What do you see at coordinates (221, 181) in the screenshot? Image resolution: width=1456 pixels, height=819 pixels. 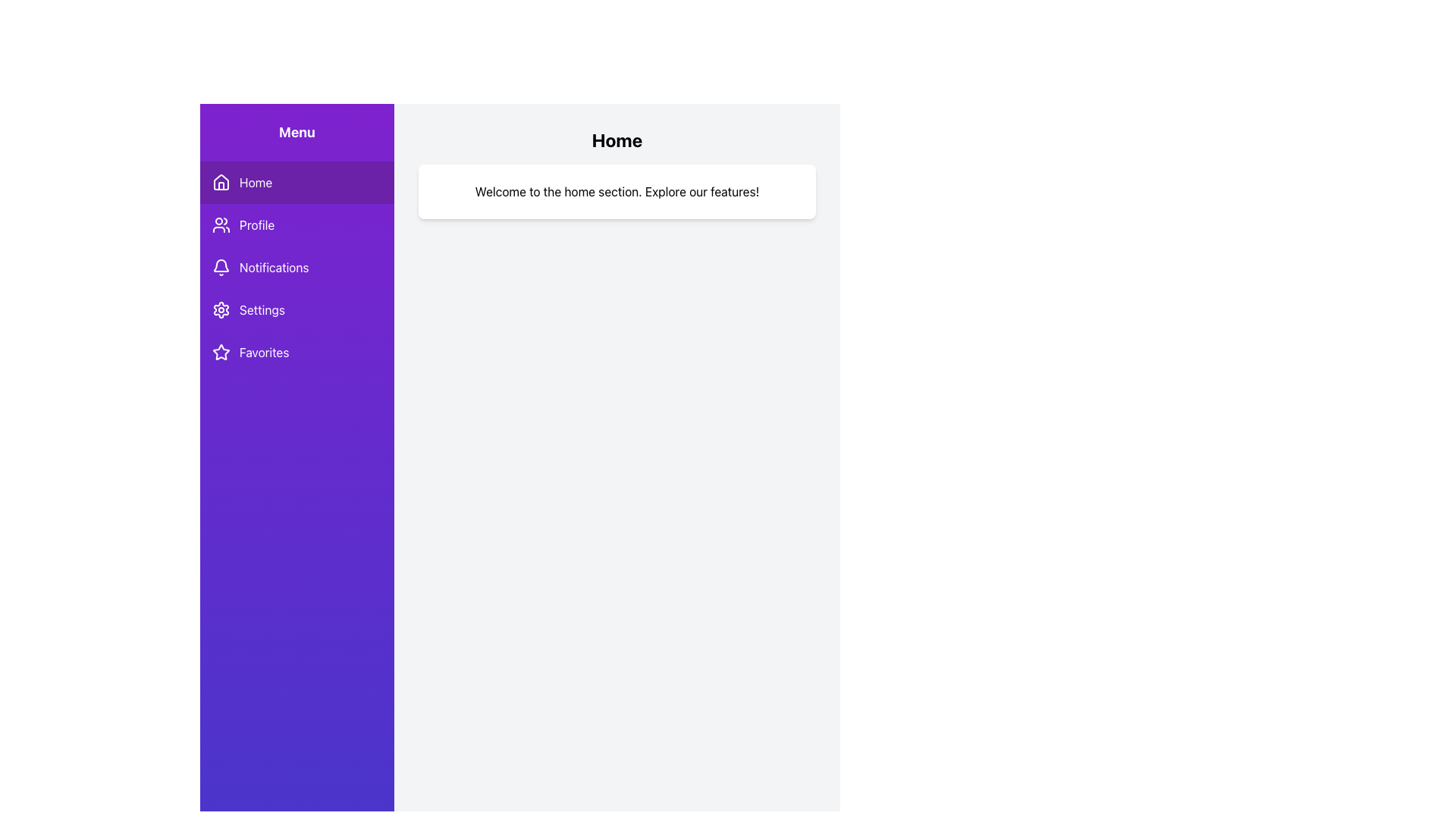 I see `the house-shaped icon with a white outline located inside the 'Home' button at the top of the vertical navigation menu` at bounding box center [221, 181].